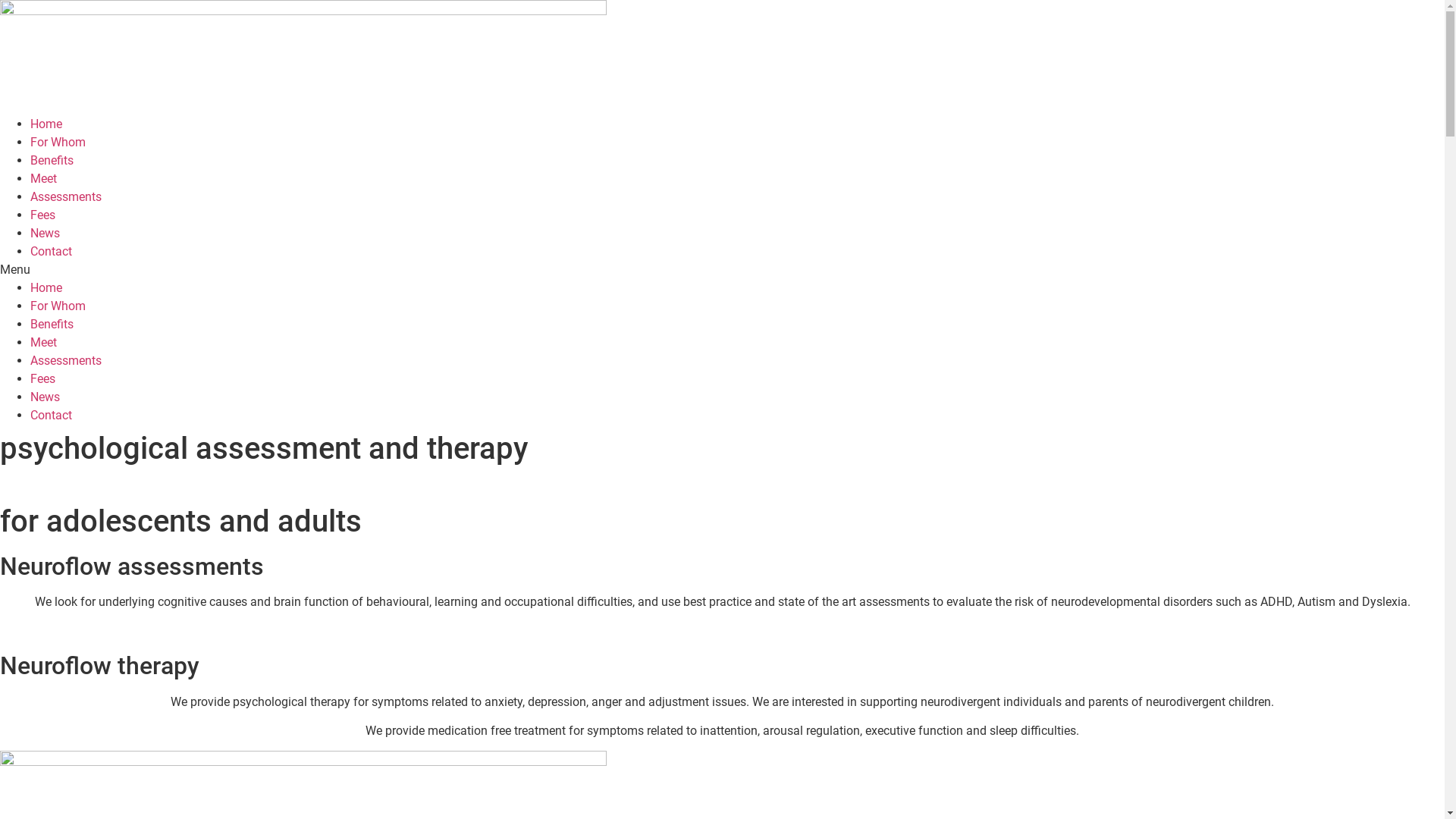 The width and height of the screenshot is (1456, 819). I want to click on 'Contact', so click(30, 415).